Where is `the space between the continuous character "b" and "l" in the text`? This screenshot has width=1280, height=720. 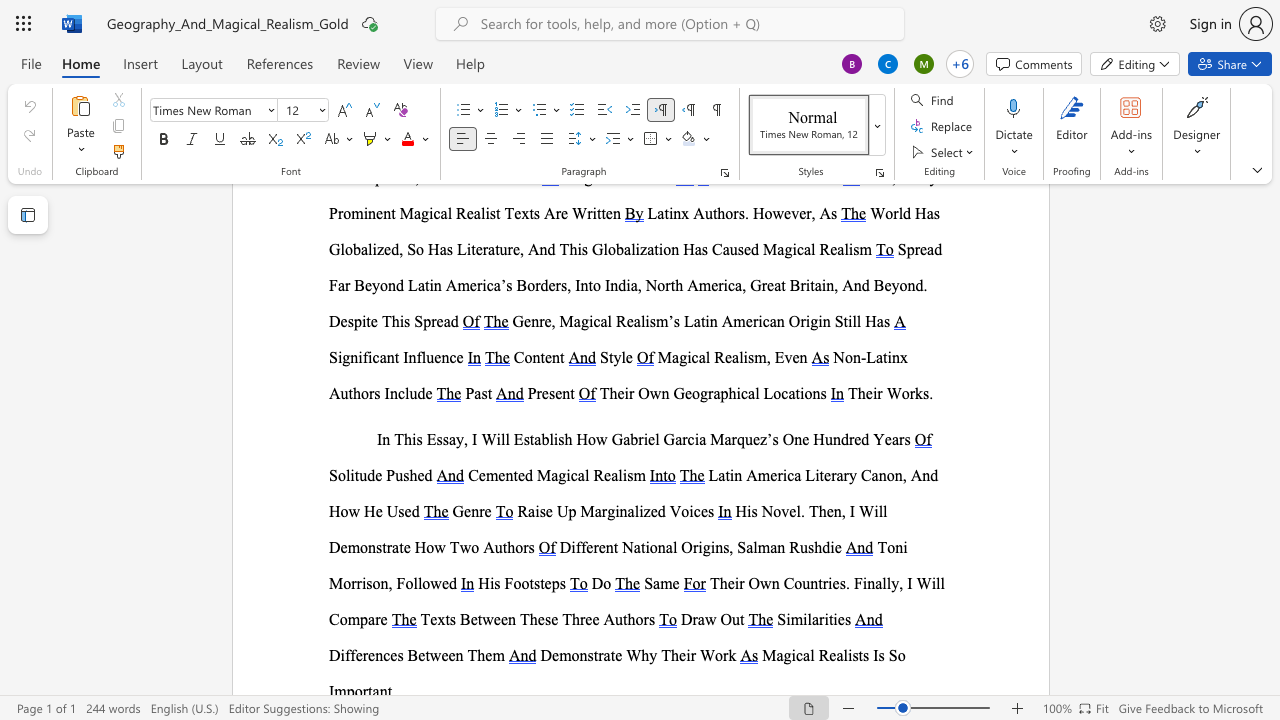
the space between the continuous character "b" and "l" in the text is located at coordinates (548, 438).